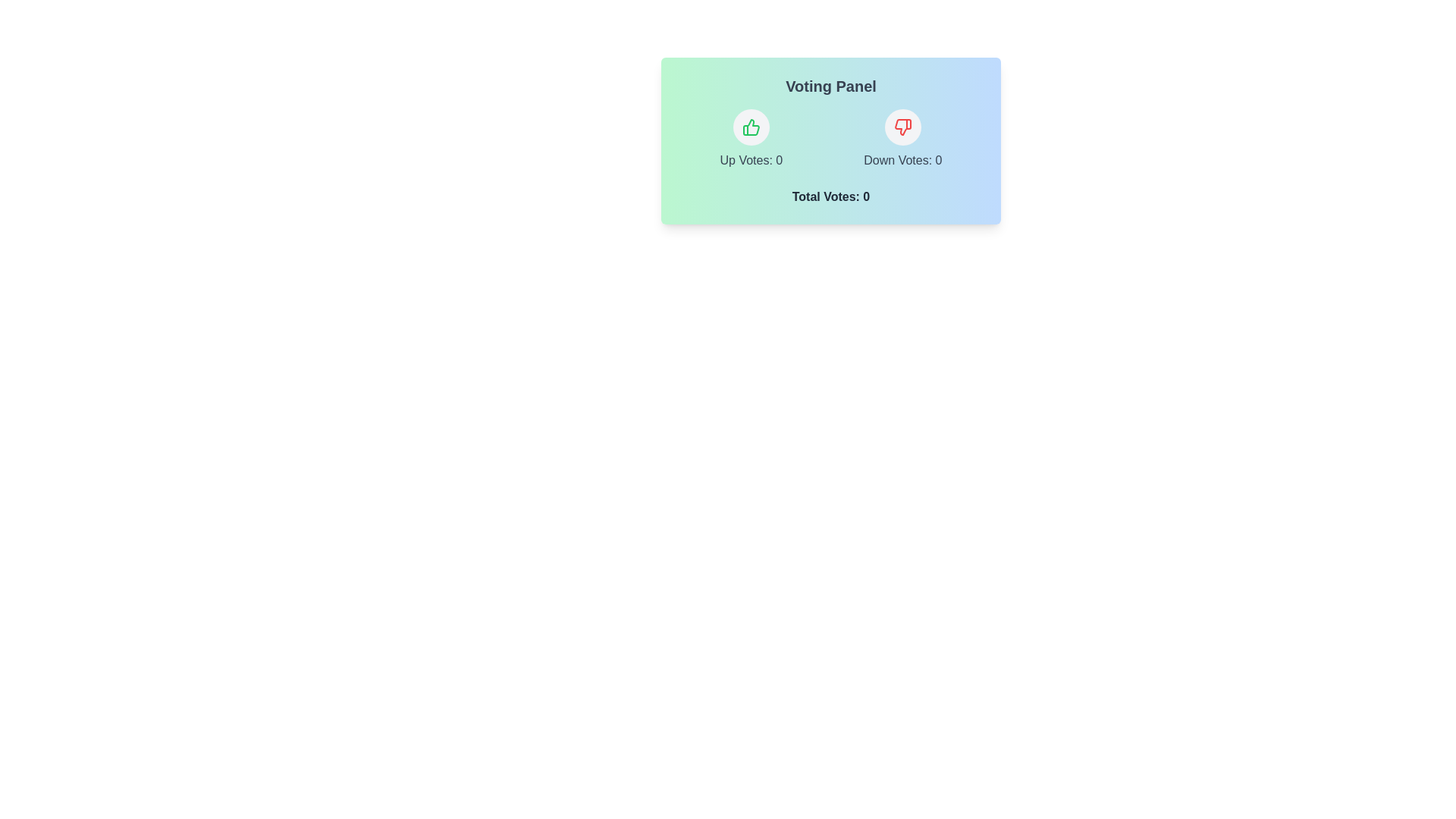  I want to click on the vote count displayed below the circular thumbs-down icon with a red symbol labeled 'Down Votes: 0' in the Voting Panel section, so click(902, 140).